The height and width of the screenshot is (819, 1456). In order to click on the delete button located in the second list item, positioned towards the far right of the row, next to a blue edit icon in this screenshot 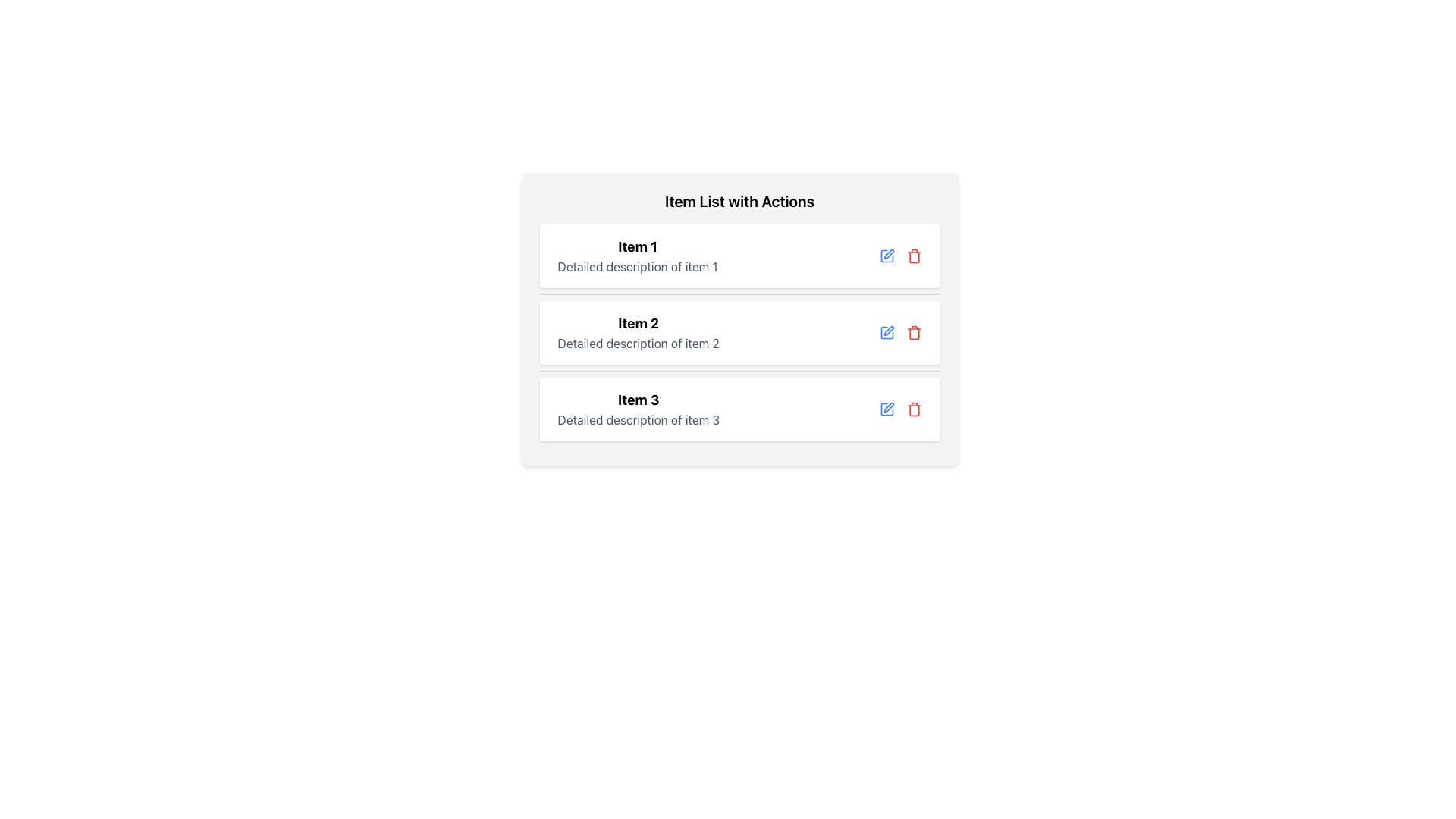, I will do `click(913, 332)`.